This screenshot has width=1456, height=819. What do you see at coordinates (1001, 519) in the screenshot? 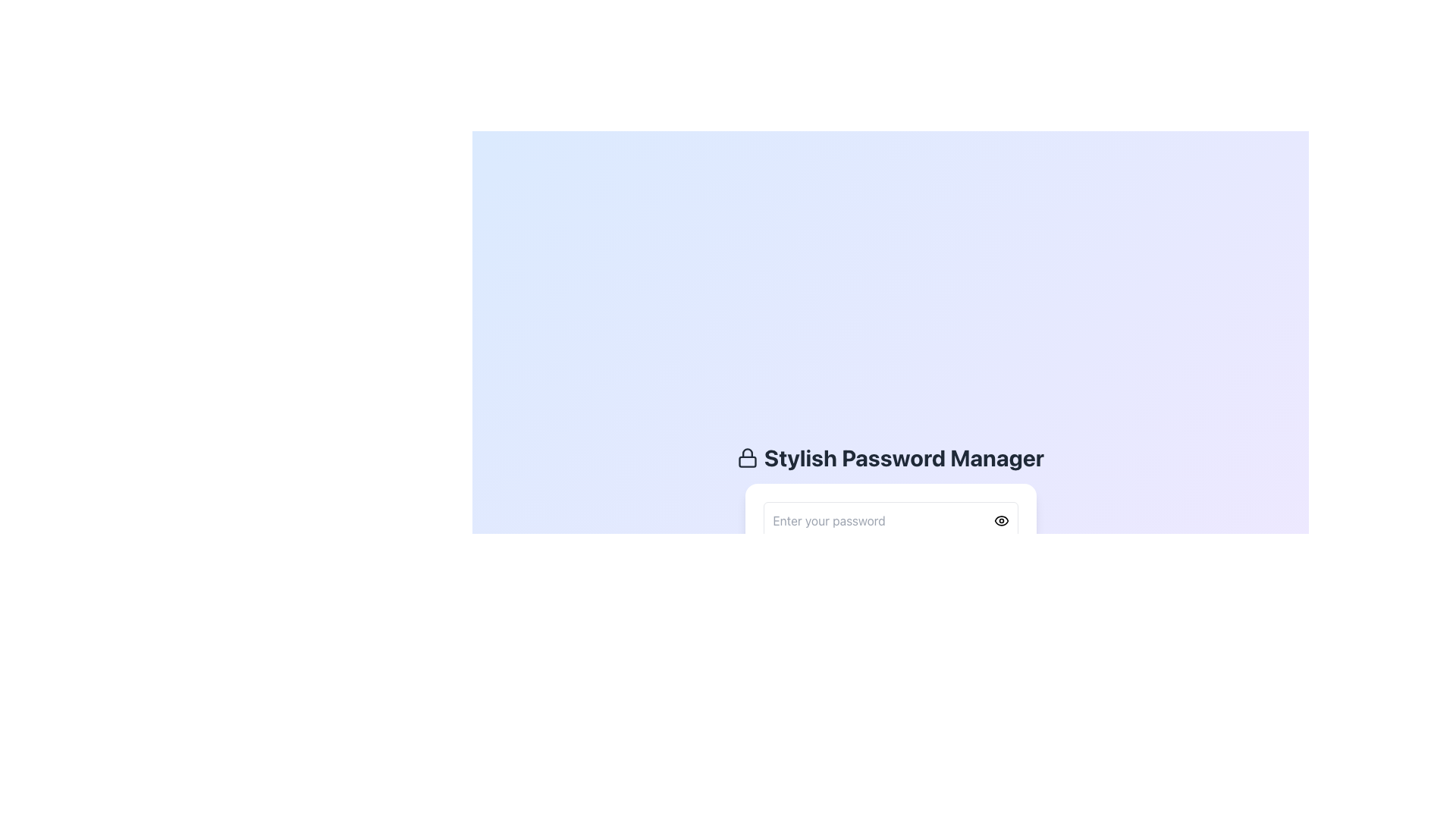
I see `the eye-shaped Password visibility toggle button located to the far right of the password input field` at bounding box center [1001, 519].